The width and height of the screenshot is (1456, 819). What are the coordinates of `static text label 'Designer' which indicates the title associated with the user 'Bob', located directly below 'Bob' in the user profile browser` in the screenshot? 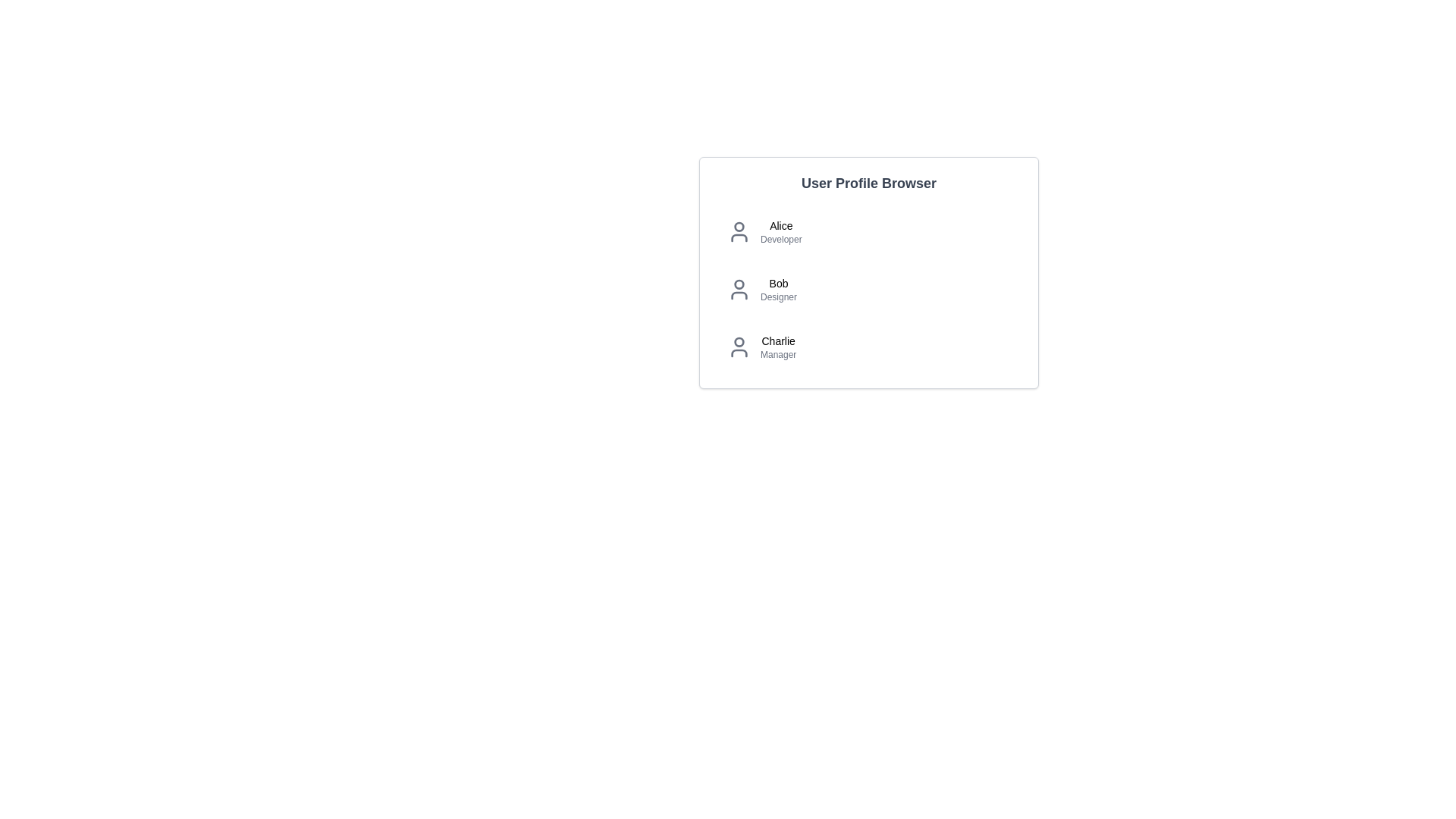 It's located at (779, 297).